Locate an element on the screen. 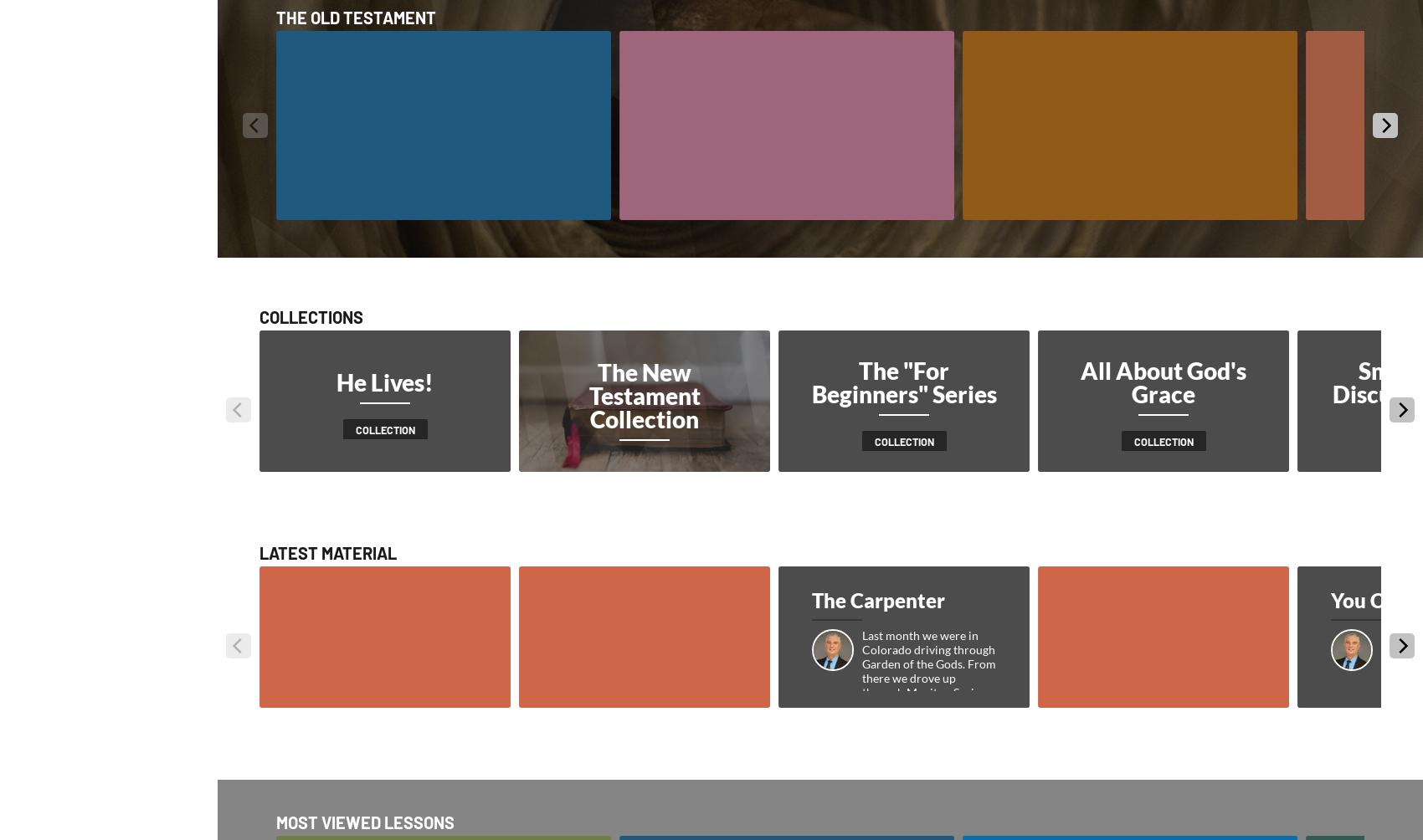 This screenshot has height=840, width=1423. 'The "For Beginners" Series' is located at coordinates (903, 382).